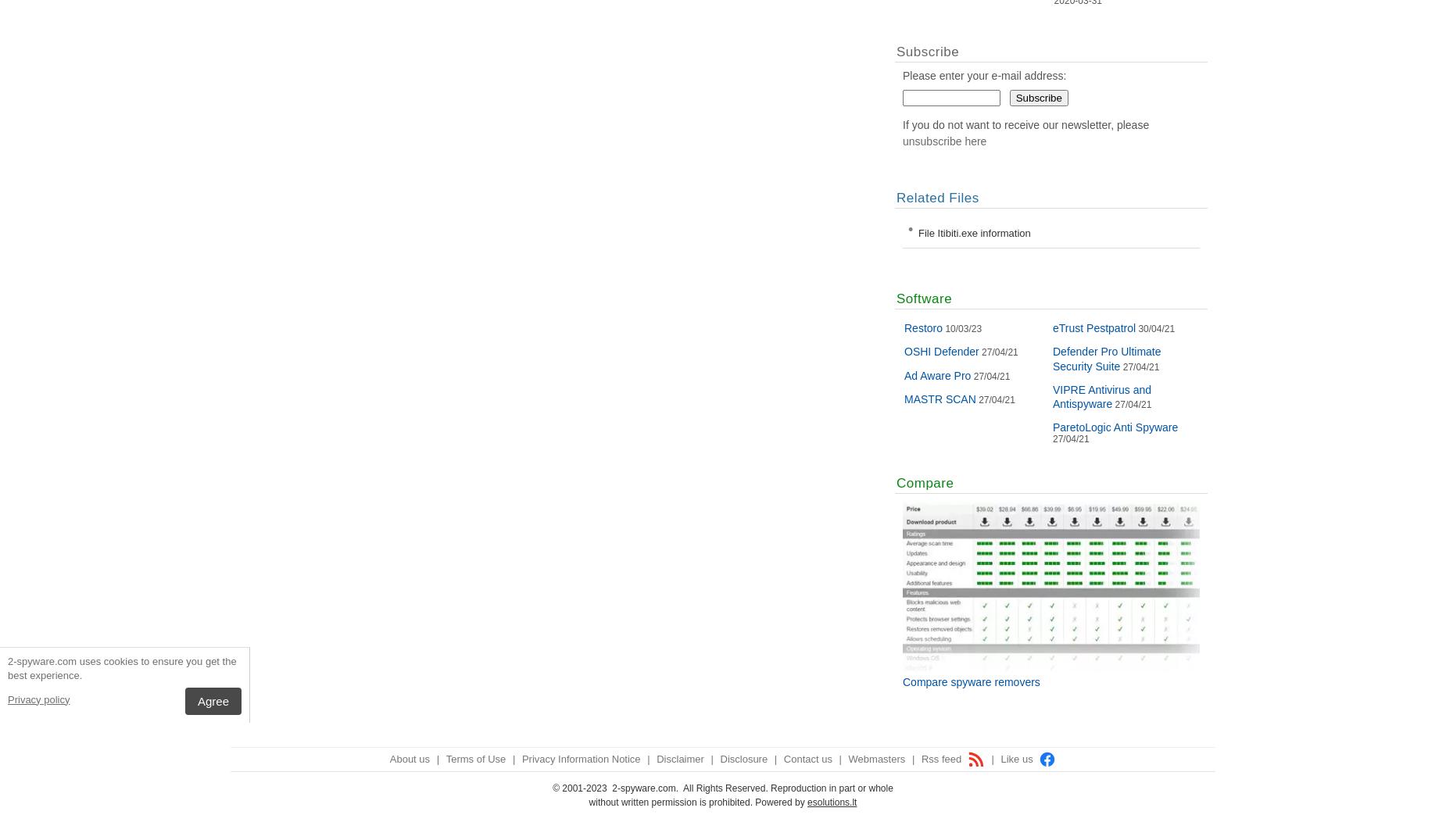 This screenshot has width=1446, height=840. What do you see at coordinates (445, 758) in the screenshot?
I see `'Terms of Use'` at bounding box center [445, 758].